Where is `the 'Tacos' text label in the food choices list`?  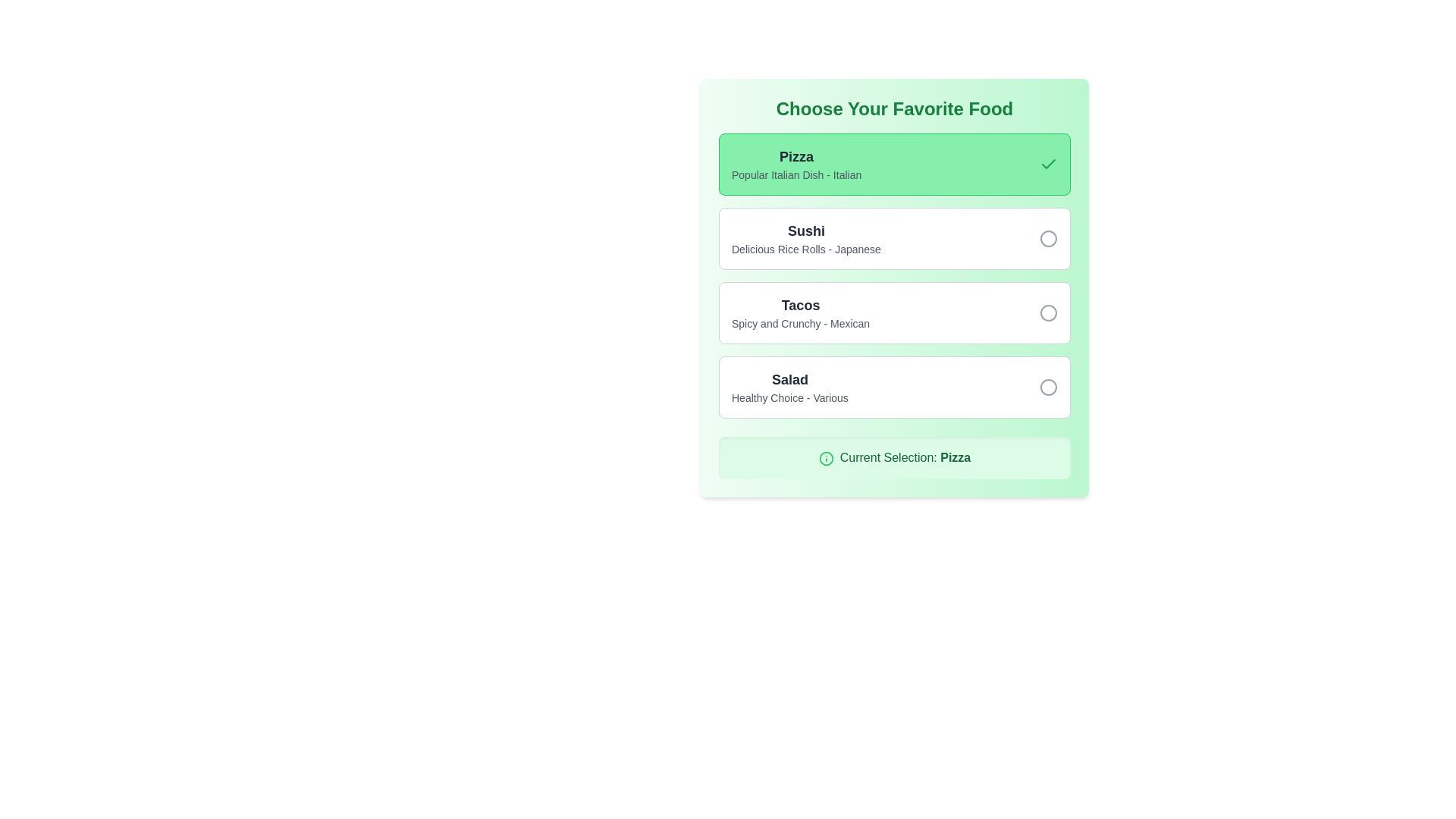 the 'Tacos' text label in the food choices list is located at coordinates (800, 312).